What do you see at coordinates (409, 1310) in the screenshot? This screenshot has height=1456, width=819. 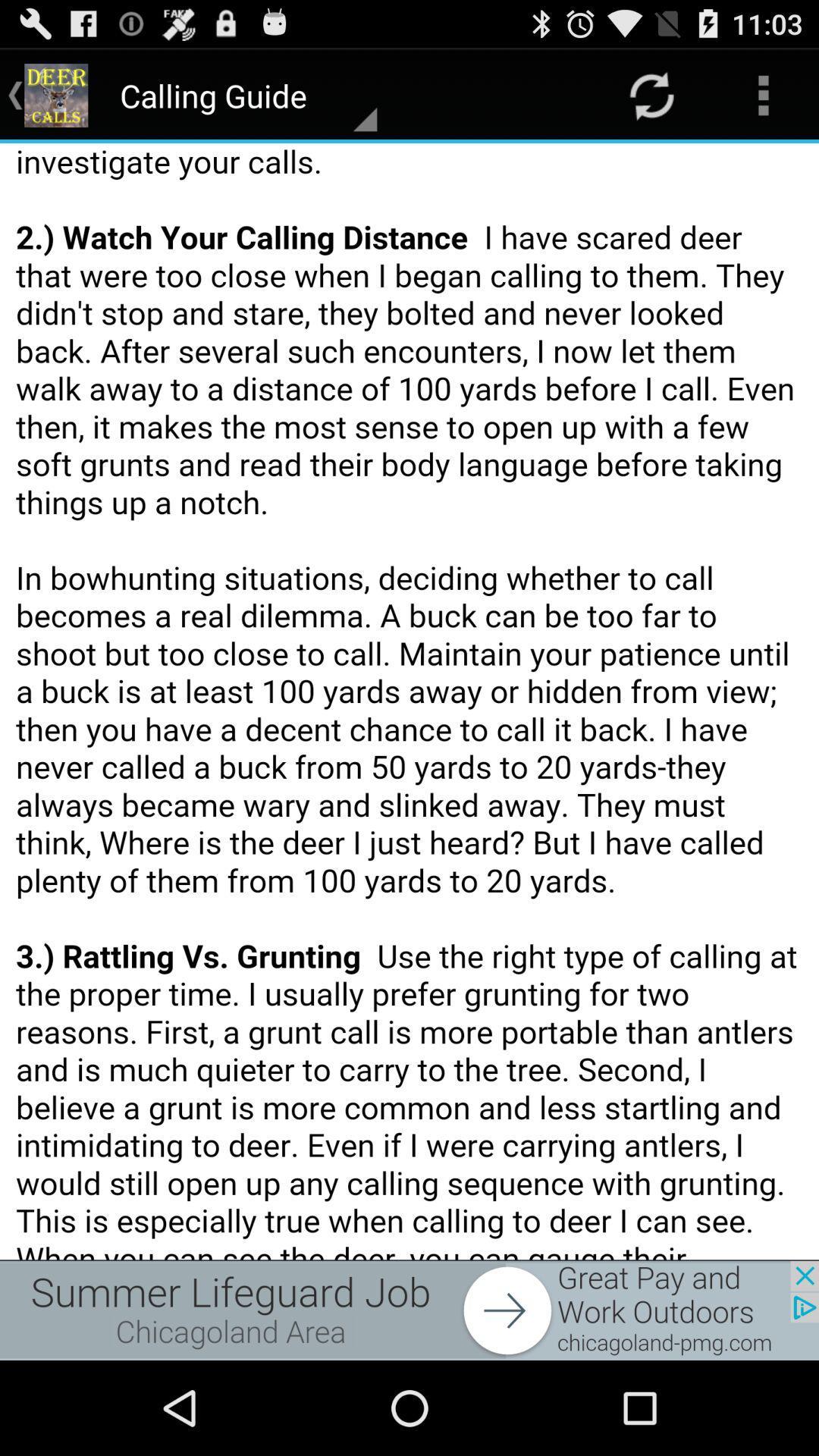 I see `the option` at bounding box center [409, 1310].